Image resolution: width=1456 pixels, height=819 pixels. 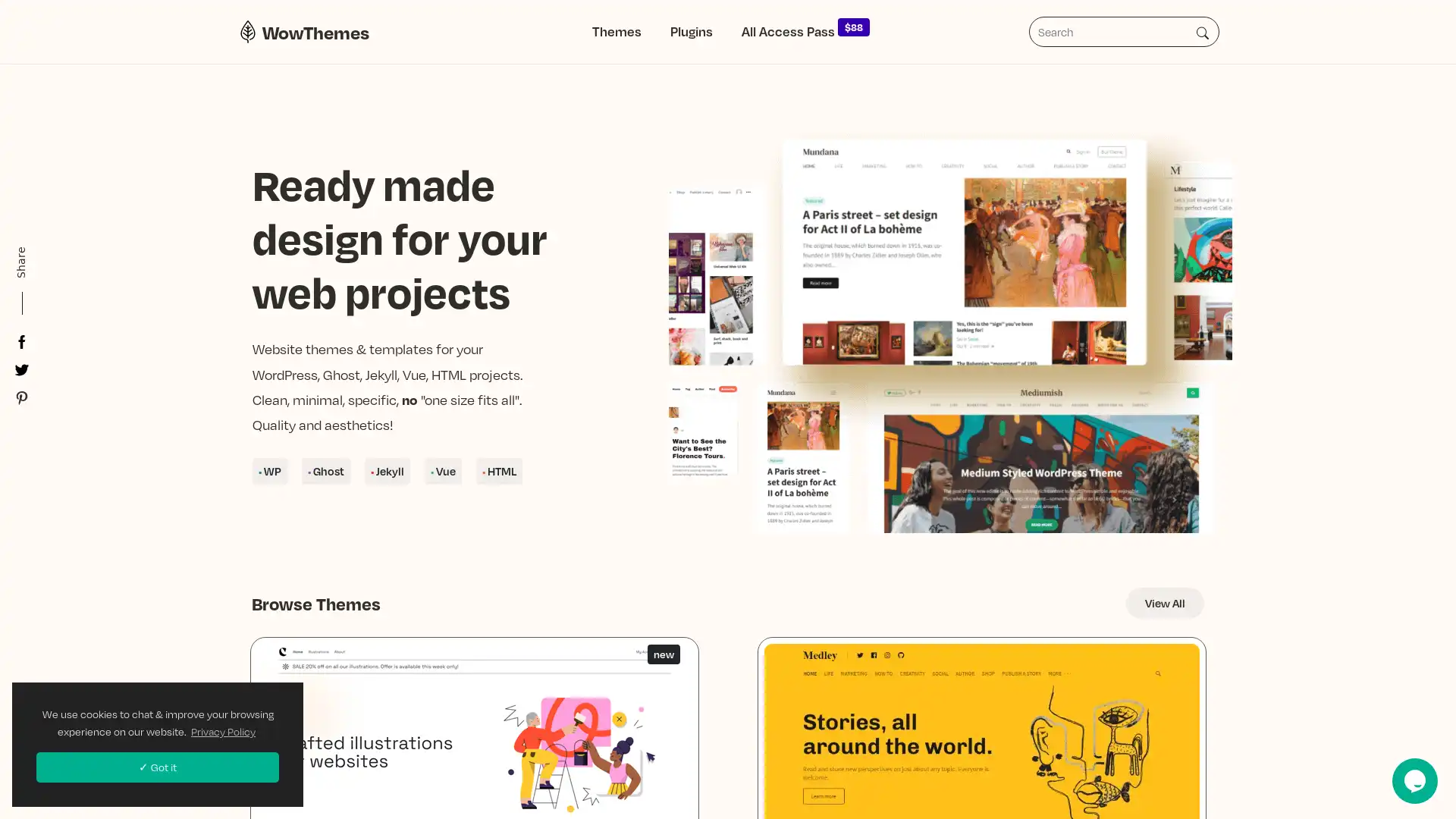 What do you see at coordinates (222, 730) in the screenshot?
I see `learn more about cookies` at bounding box center [222, 730].